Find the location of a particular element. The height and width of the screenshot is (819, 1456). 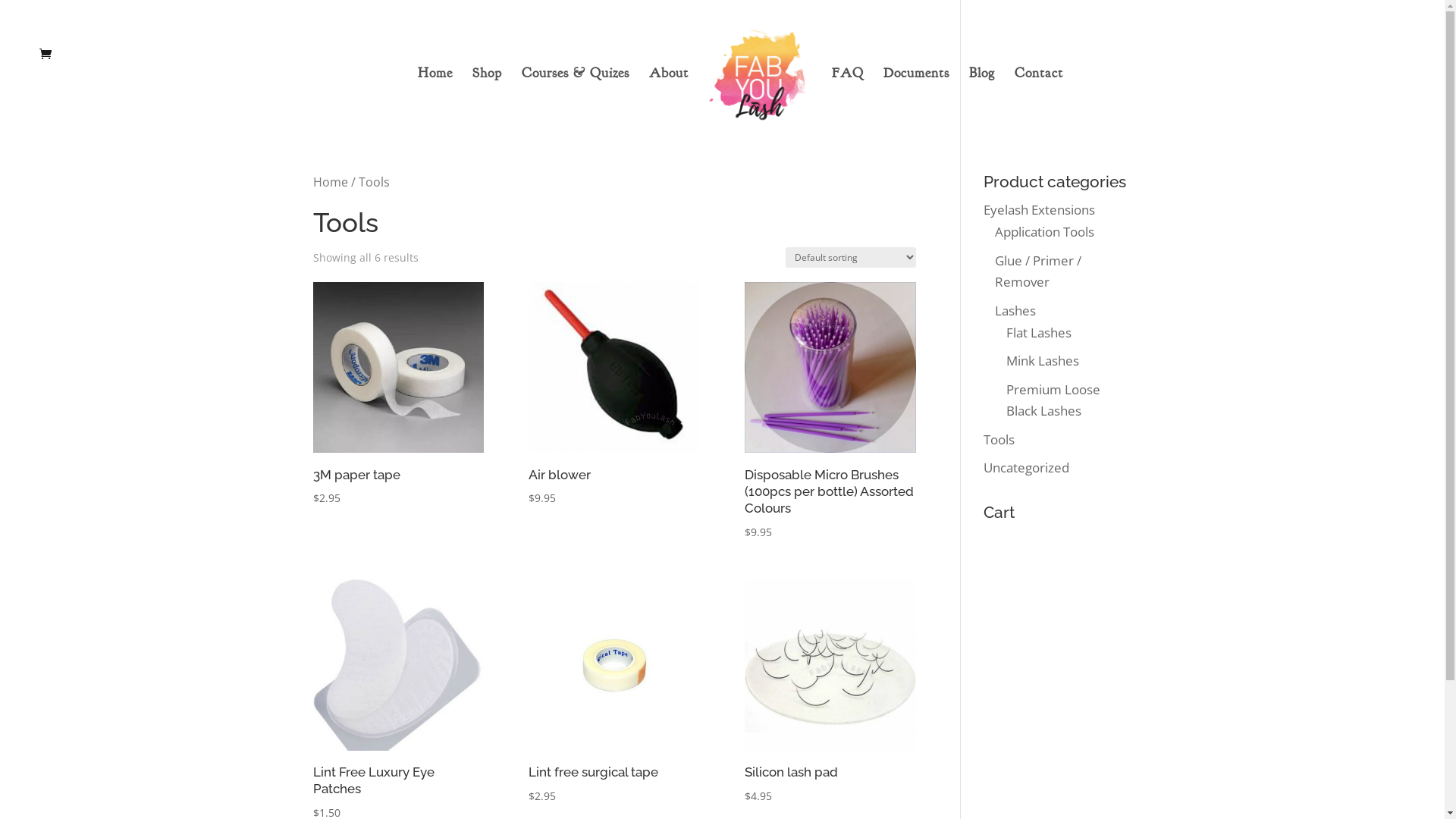

'Documents' is located at coordinates (915, 98).